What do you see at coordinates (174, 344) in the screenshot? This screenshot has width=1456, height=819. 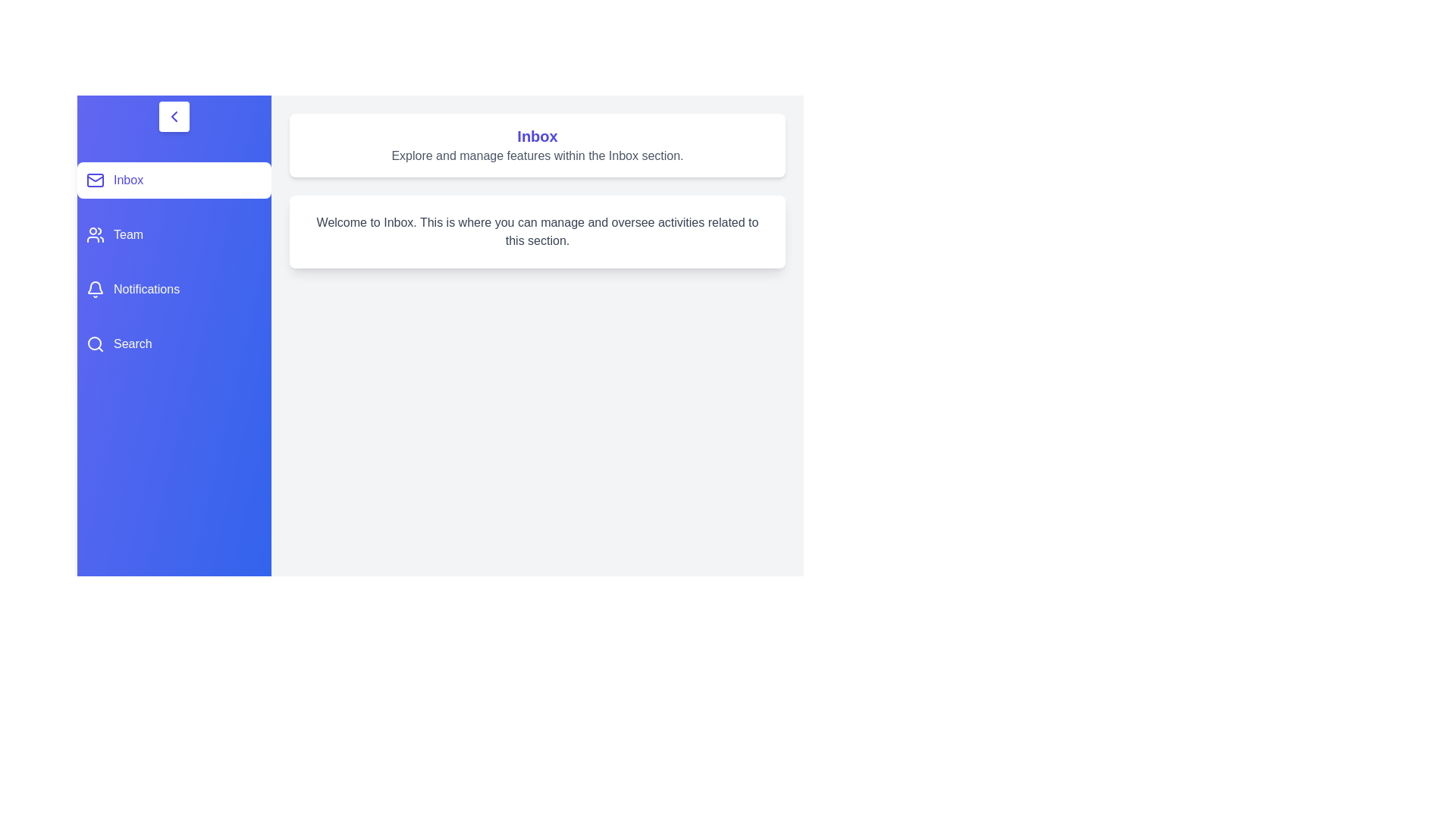 I see `the tab corresponding to Search` at bounding box center [174, 344].